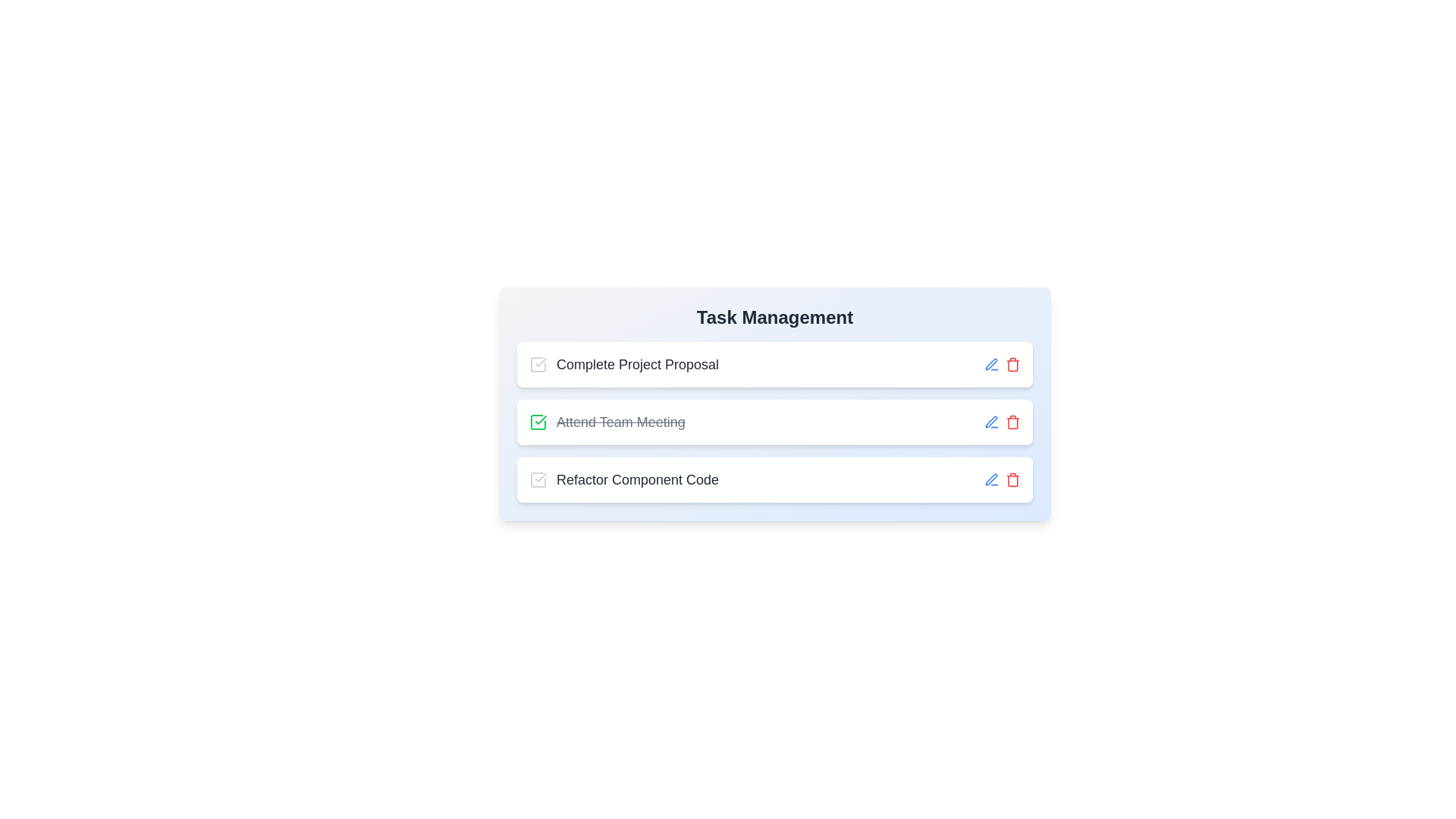 This screenshot has height=819, width=1456. I want to click on the checkmark icon indicating that the task 'Refactor Component Code' has been marked as completed, located at the third task item in the vertical list, so click(541, 476).